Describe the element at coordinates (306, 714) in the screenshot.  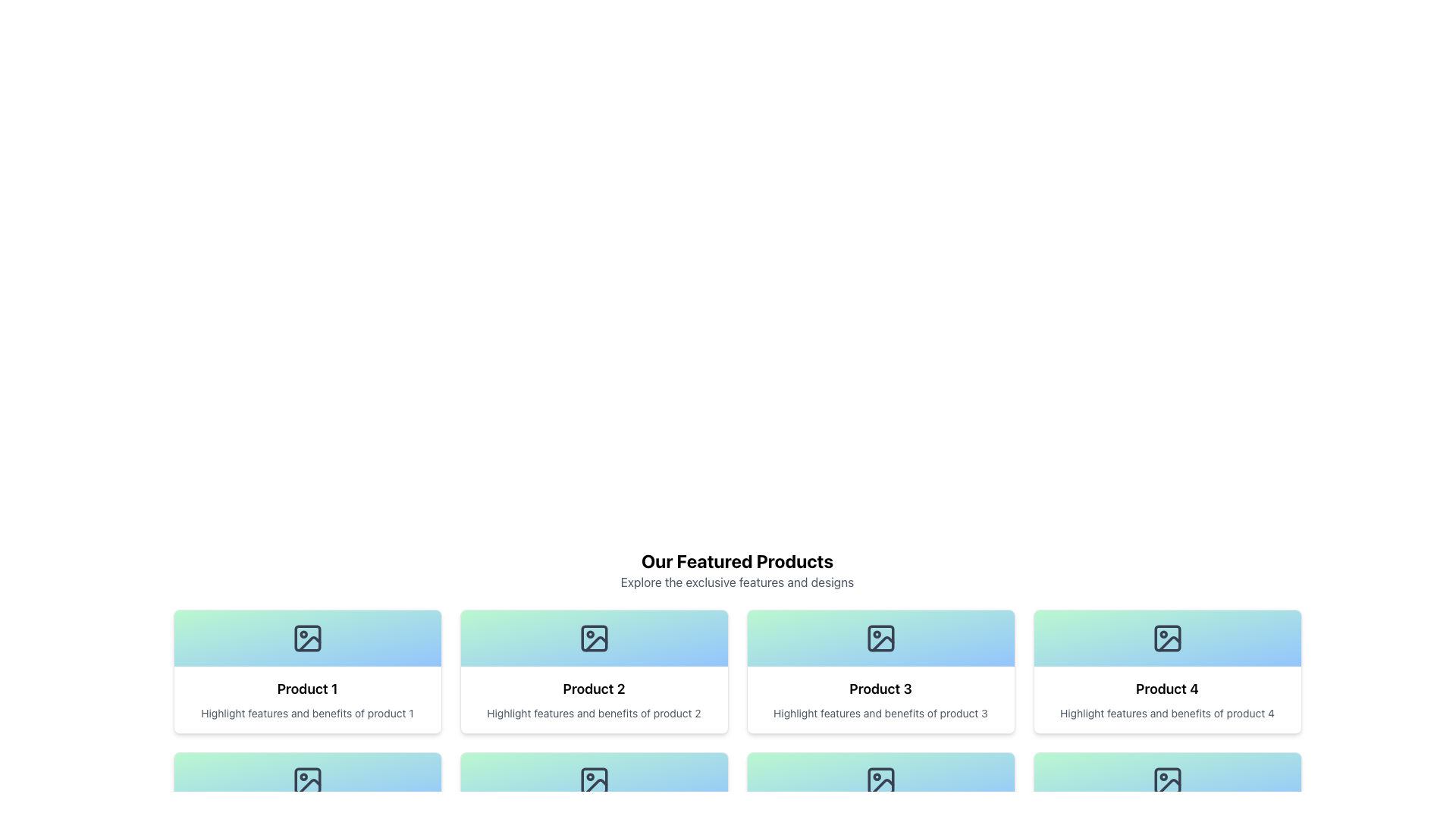
I see `the descriptive text label for 'Product 1', which is located under the 'Product 1' heading in the first product card` at that location.